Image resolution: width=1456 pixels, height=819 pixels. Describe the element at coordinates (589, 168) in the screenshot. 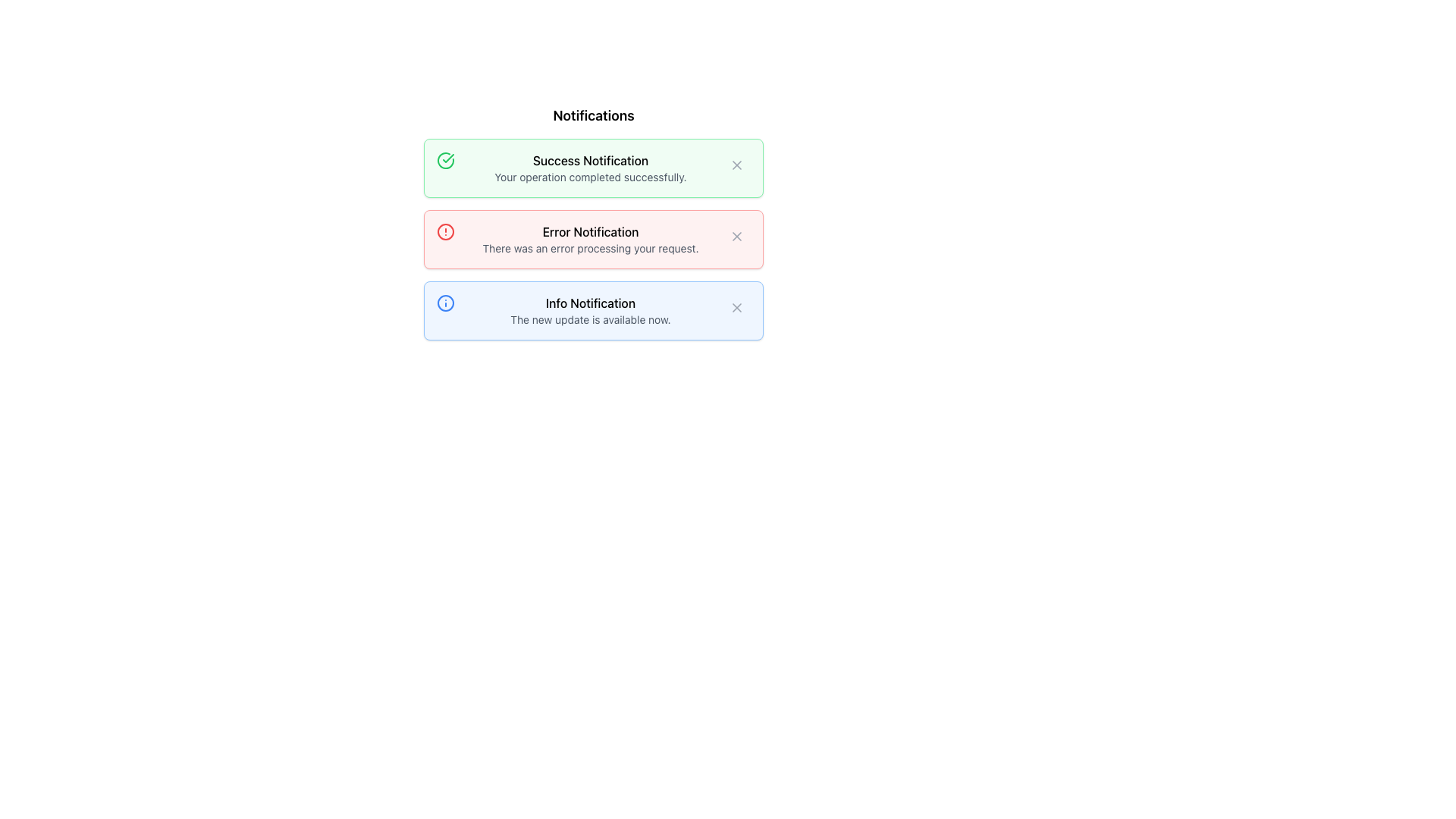

I see `the success message by reading the text in the Notification Content Block located below the 'Notifications' header and above the error and info notification cards` at that location.